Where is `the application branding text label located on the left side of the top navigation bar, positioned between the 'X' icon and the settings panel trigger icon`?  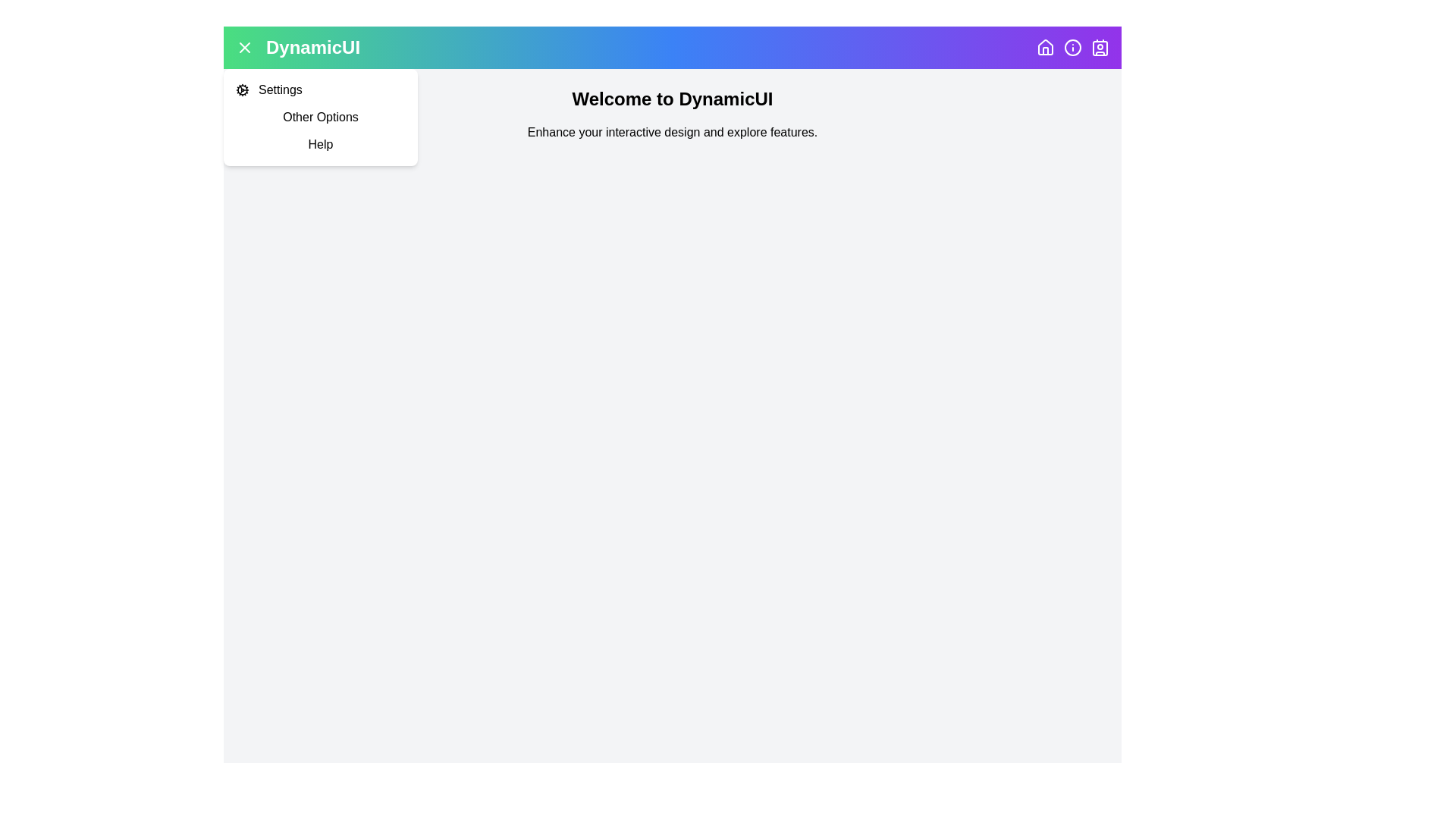
the application branding text label located on the left side of the top navigation bar, positioned between the 'X' icon and the settings panel trigger icon is located at coordinates (312, 46).